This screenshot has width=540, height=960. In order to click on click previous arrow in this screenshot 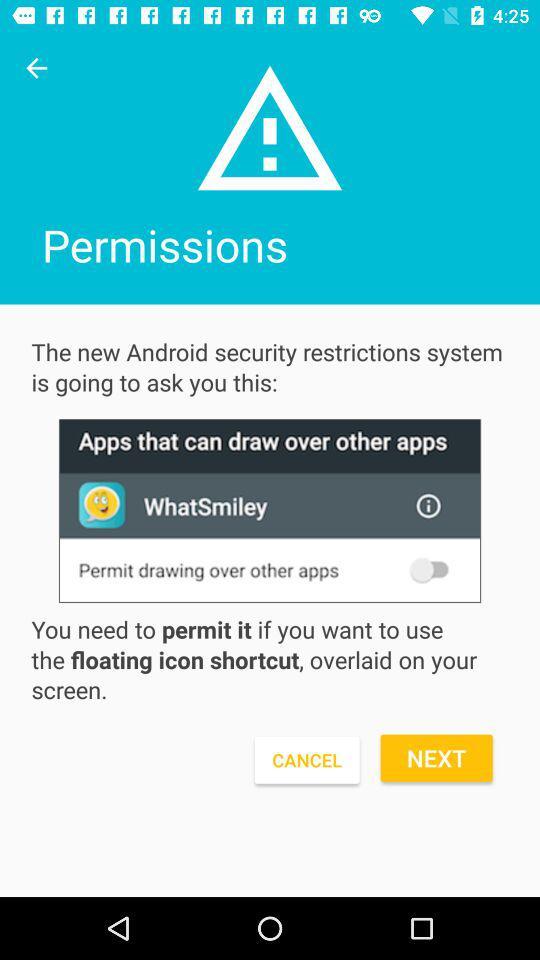, I will do `click(36, 68)`.